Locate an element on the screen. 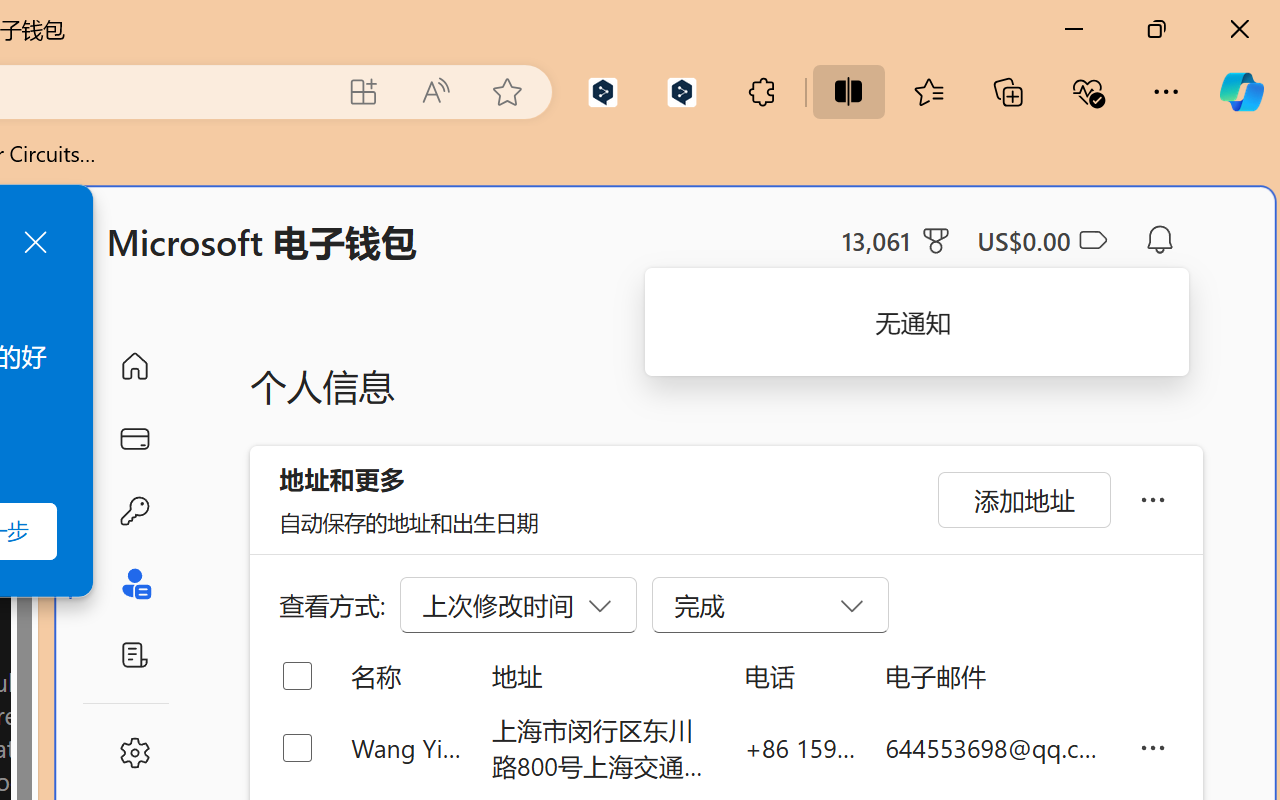 Image resolution: width=1280 pixels, height=800 pixels. 'Copilot (Ctrl+Shift+.)' is located at coordinates (1240, 91).